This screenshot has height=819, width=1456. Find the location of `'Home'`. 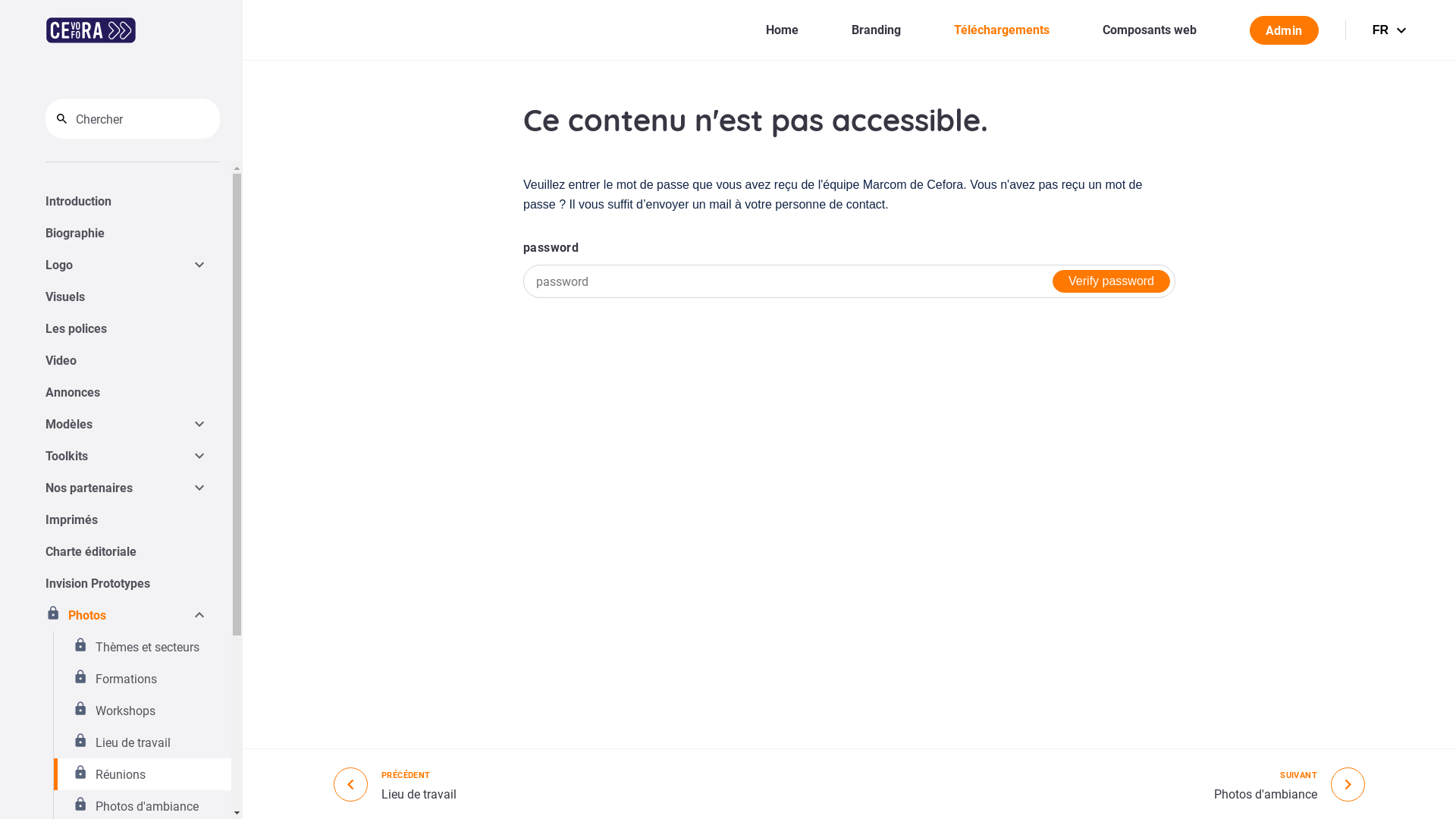

'Home' is located at coordinates (765, 29).